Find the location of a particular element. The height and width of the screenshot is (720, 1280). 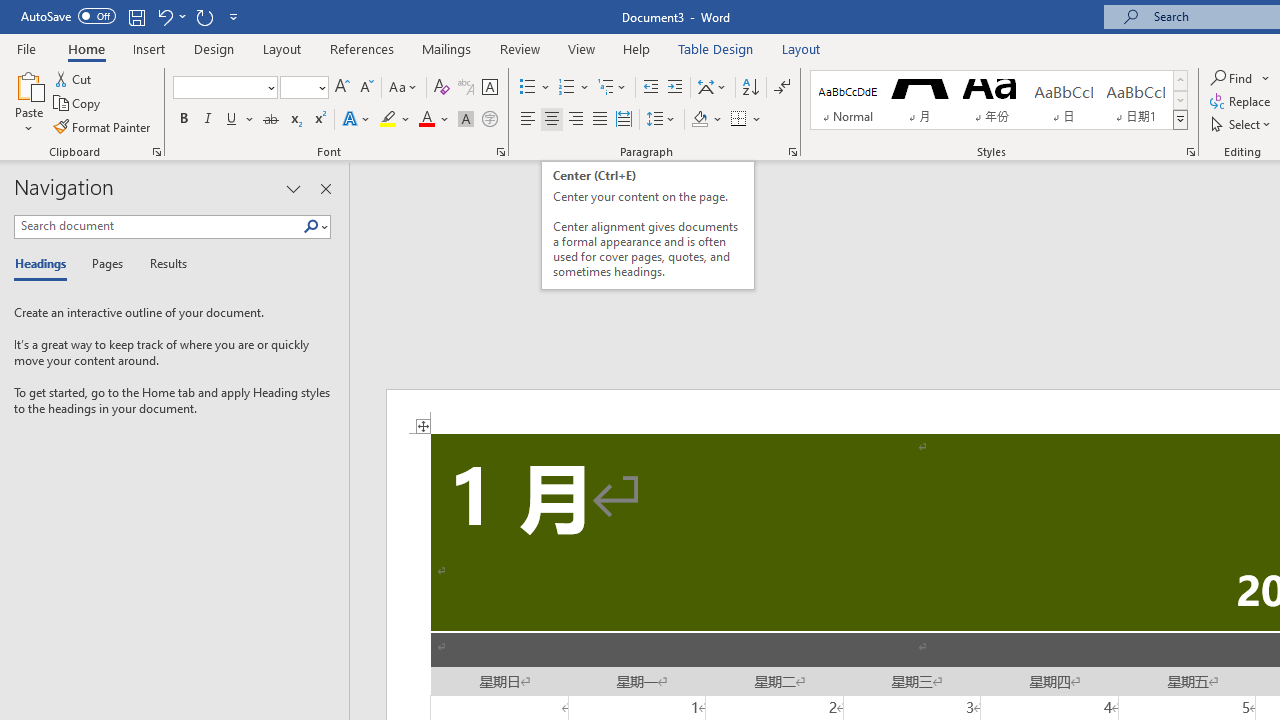

'Change Case' is located at coordinates (403, 86).